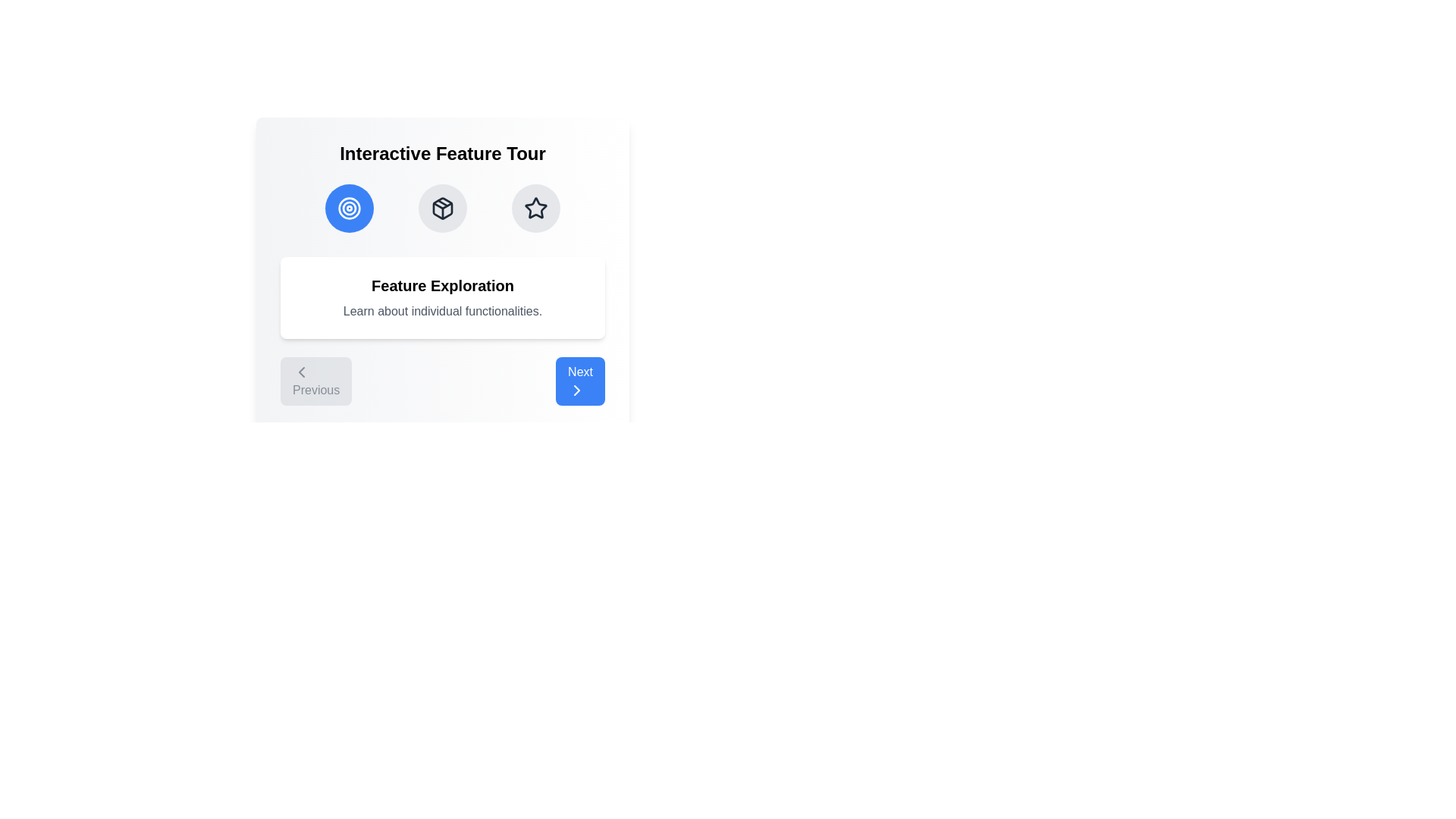 This screenshot has height=819, width=1456. What do you see at coordinates (442, 208) in the screenshot?
I see `the second icon in a set of three icons, which is represented by a wireframe box or package with a dark gray outline on a light-gray circular background` at bounding box center [442, 208].